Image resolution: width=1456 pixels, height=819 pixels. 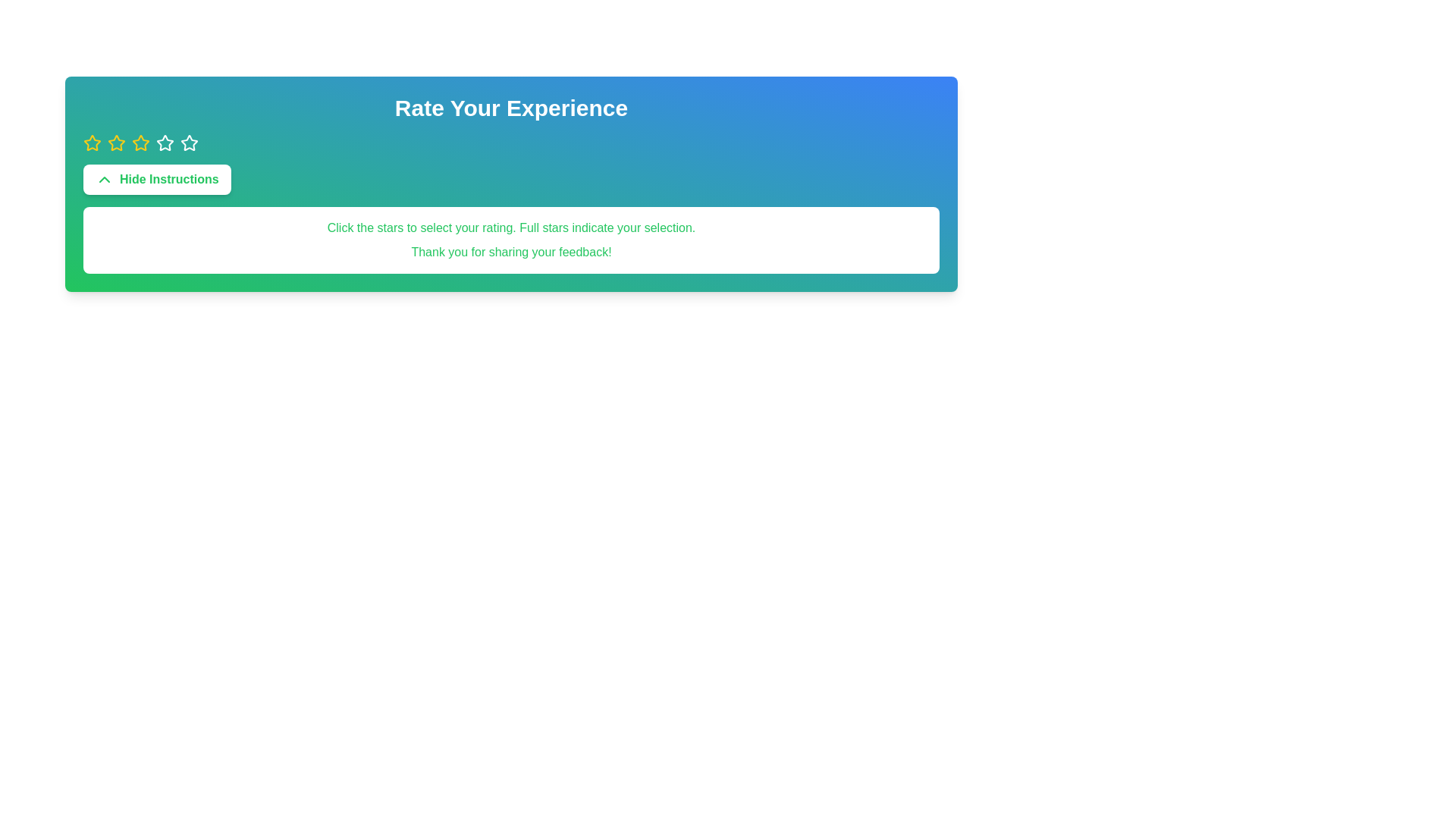 I want to click on the second star icon in the interactive rating system to set the rating to two stars, so click(x=115, y=143).